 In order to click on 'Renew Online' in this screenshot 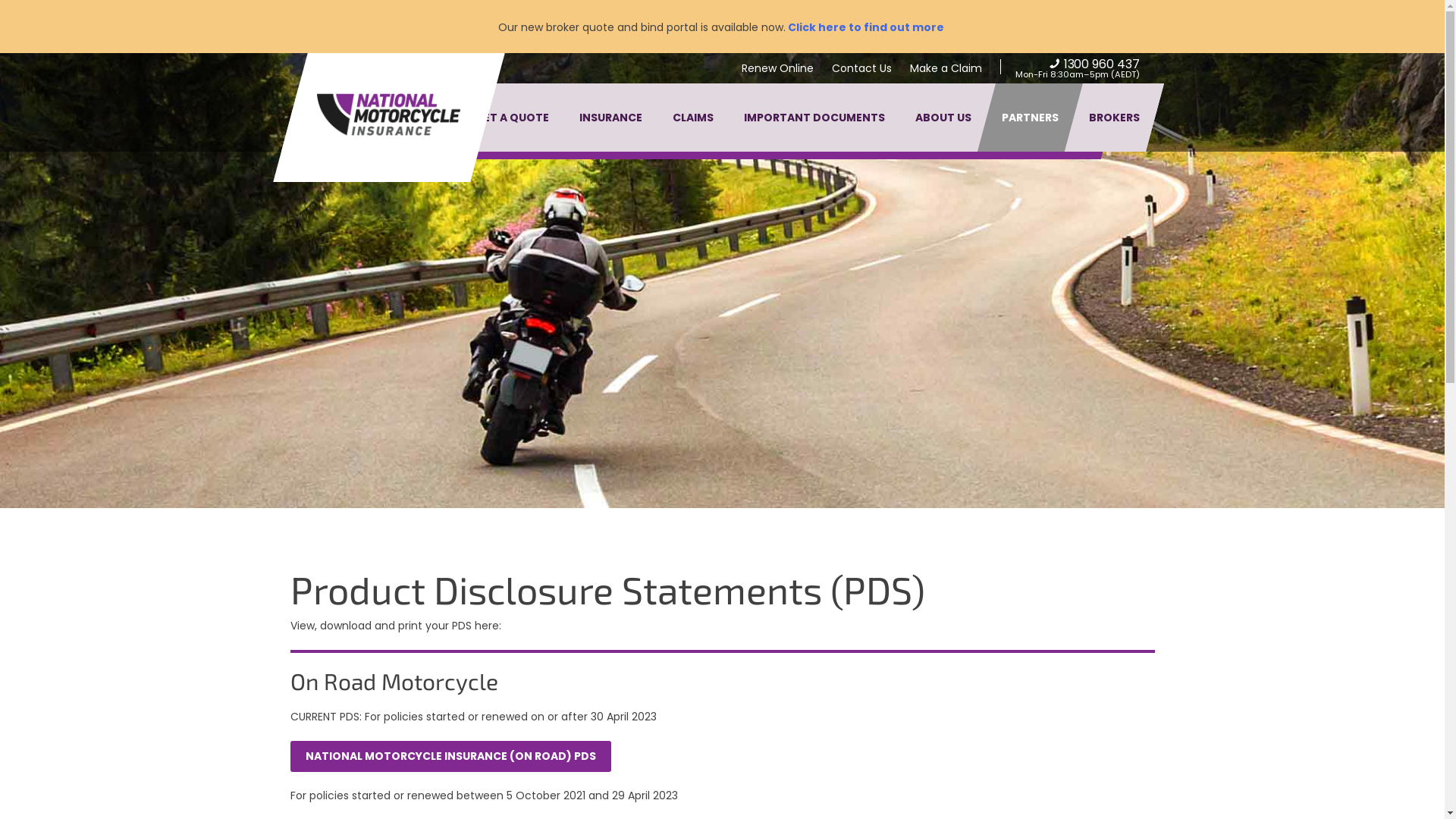, I will do `click(777, 67)`.